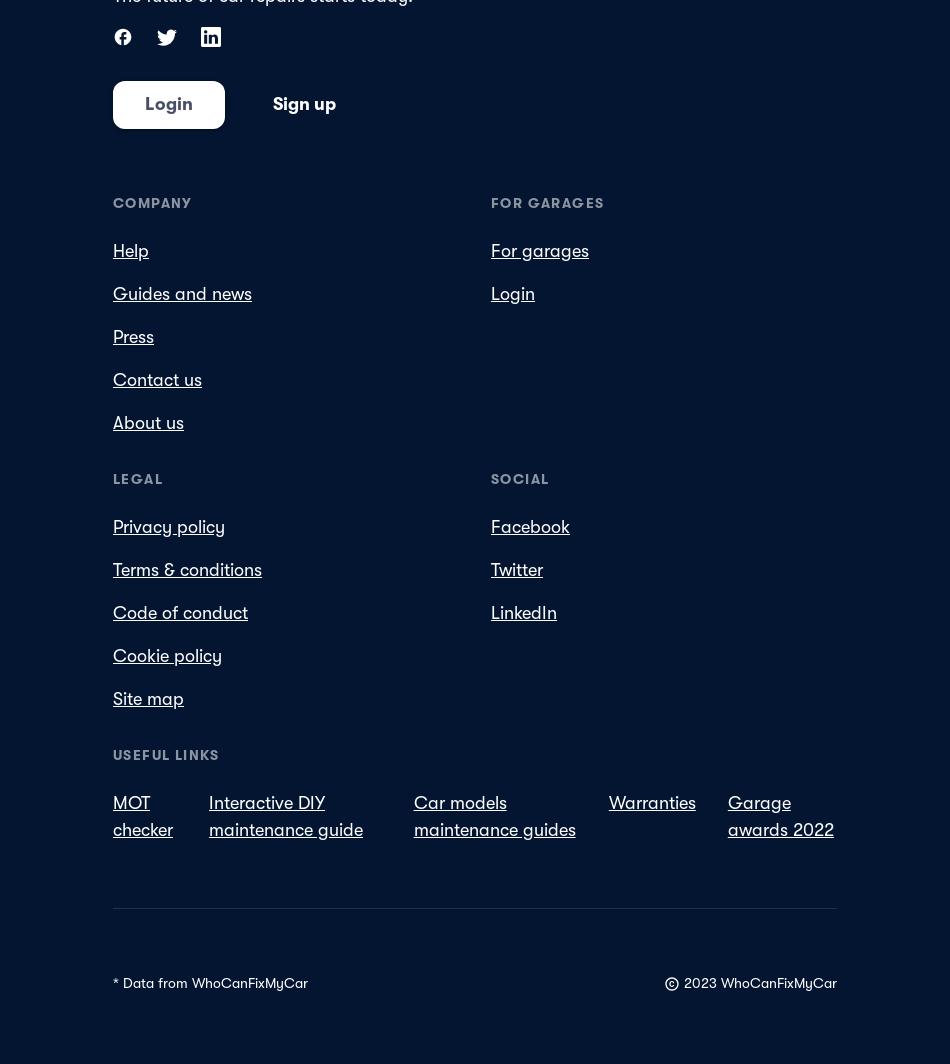 The image size is (950, 1064). Describe the element at coordinates (167, 654) in the screenshot. I see `'Cookie policy'` at that location.